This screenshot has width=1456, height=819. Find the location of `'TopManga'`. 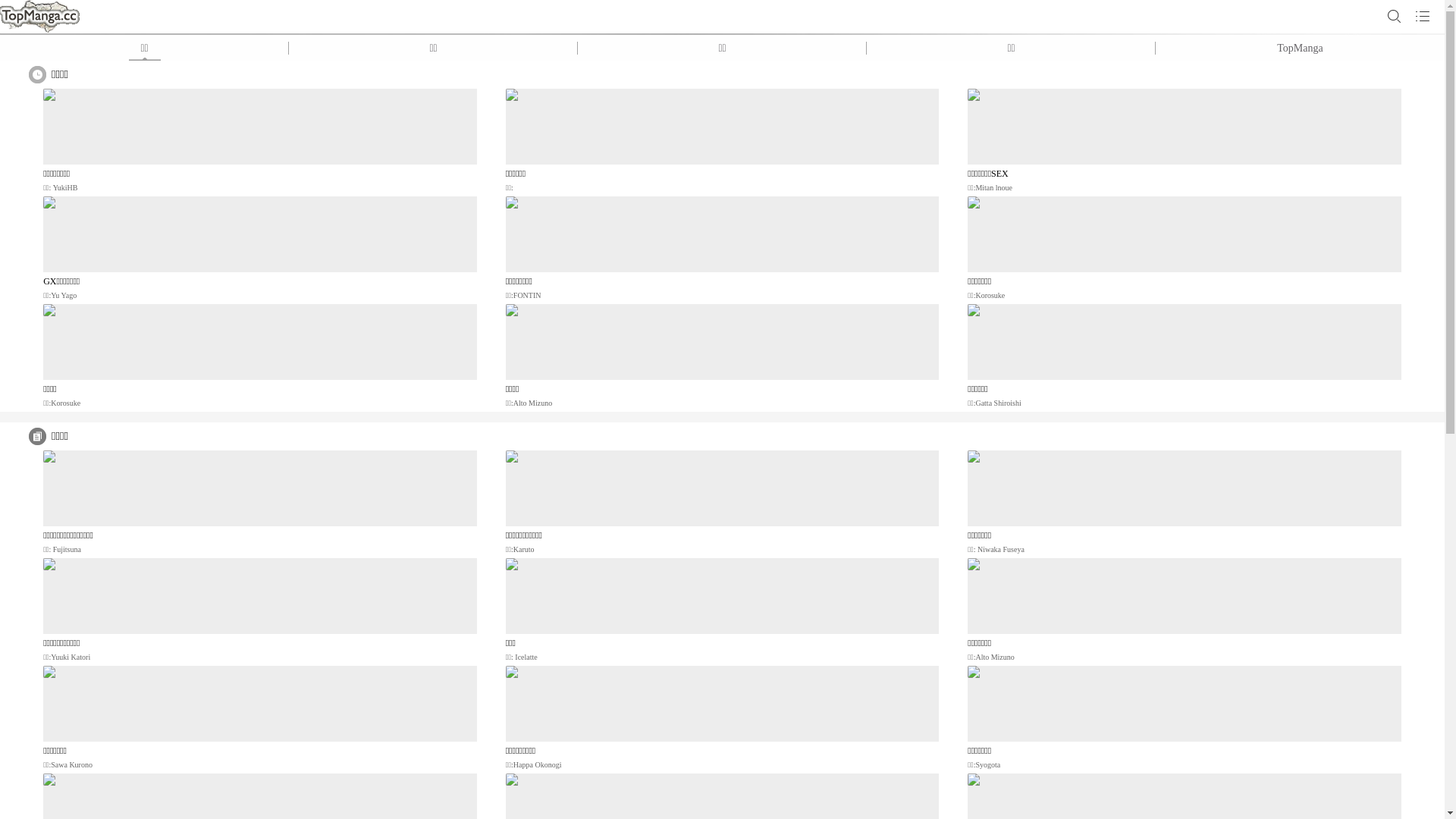

'TopManga' is located at coordinates (1299, 47).